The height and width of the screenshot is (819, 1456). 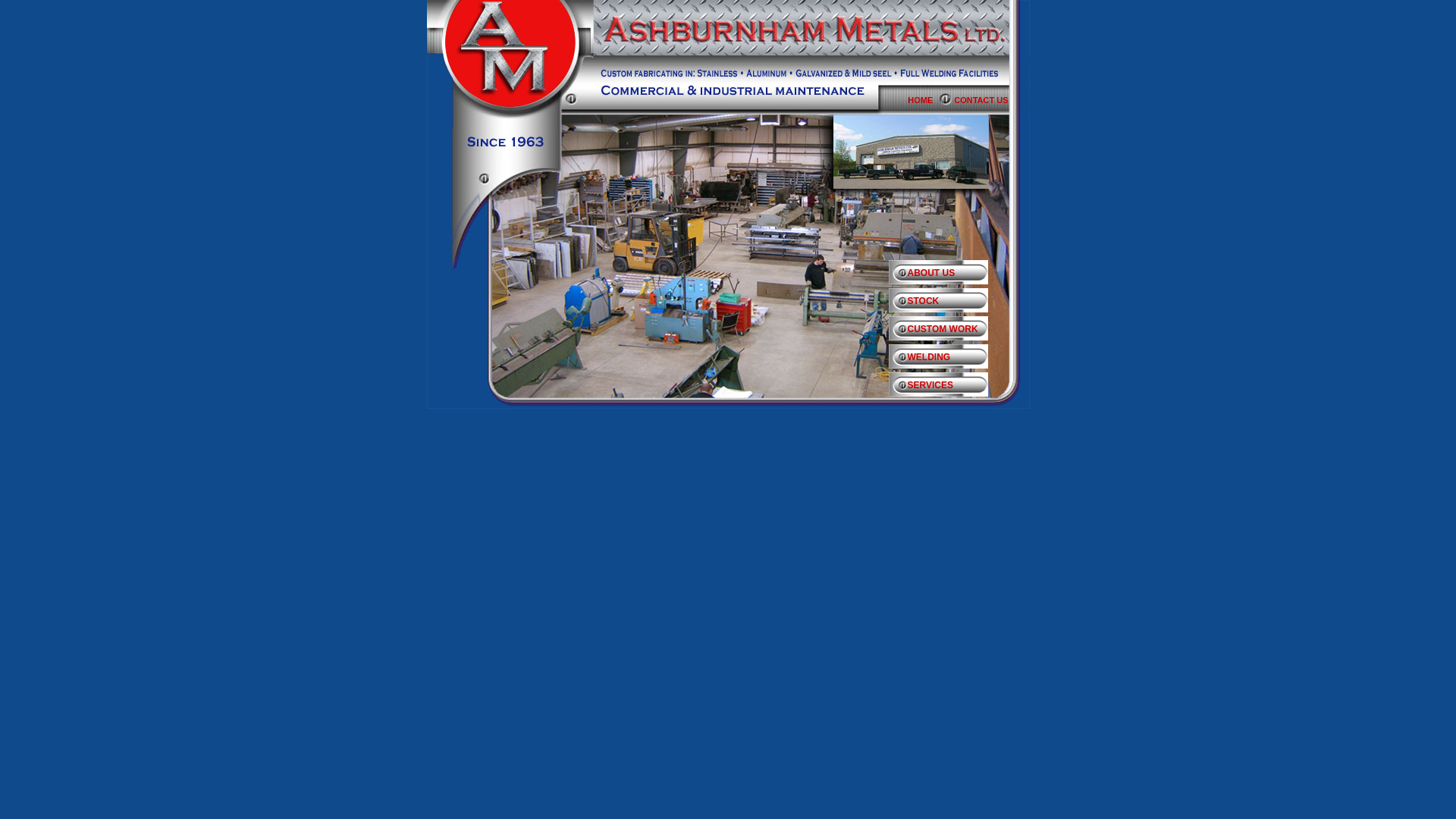 What do you see at coordinates (888, 275) in the screenshot?
I see `'ABOUT US'` at bounding box center [888, 275].